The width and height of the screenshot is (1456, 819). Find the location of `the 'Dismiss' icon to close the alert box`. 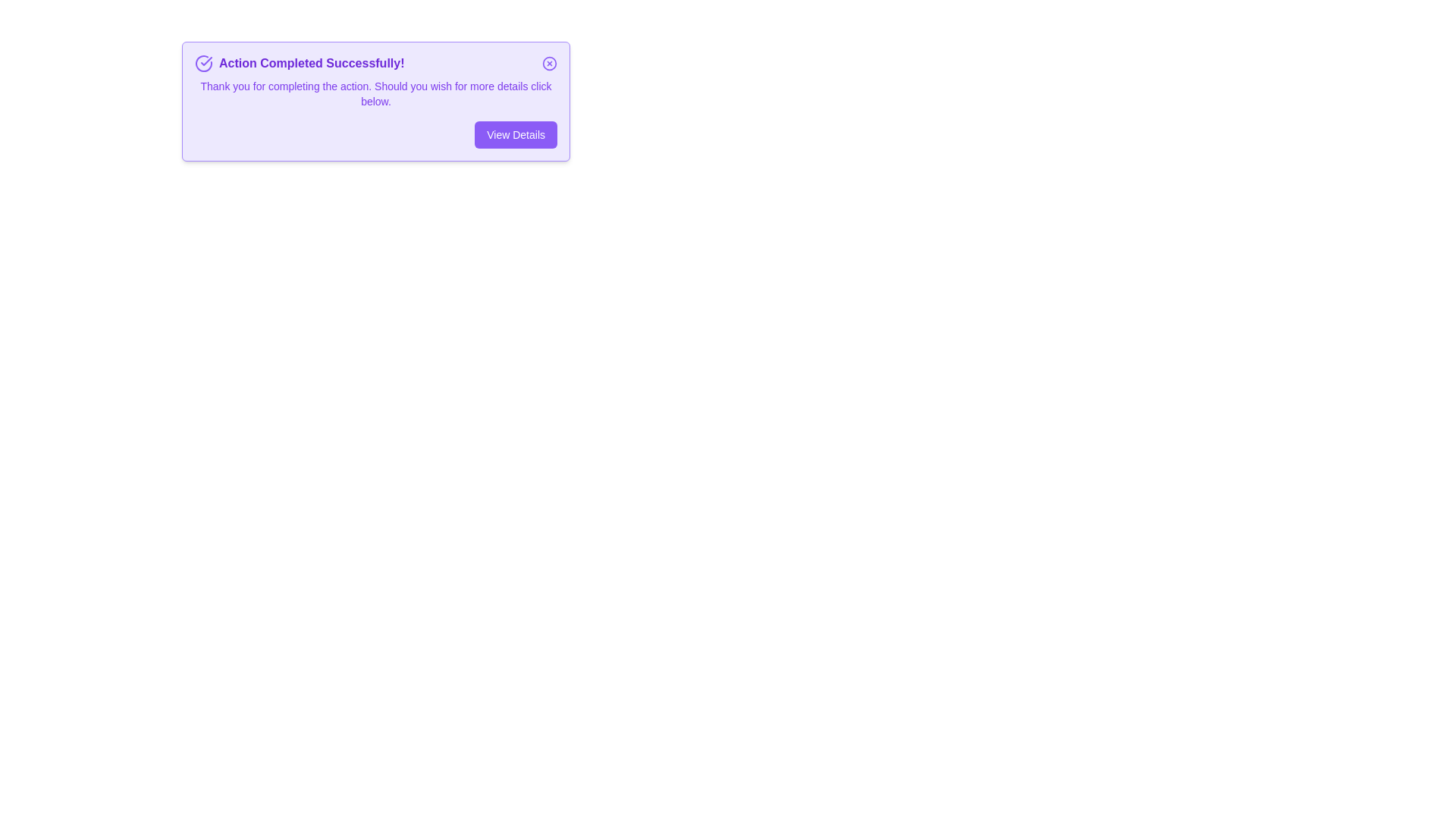

the 'Dismiss' icon to close the alert box is located at coordinates (548, 63).